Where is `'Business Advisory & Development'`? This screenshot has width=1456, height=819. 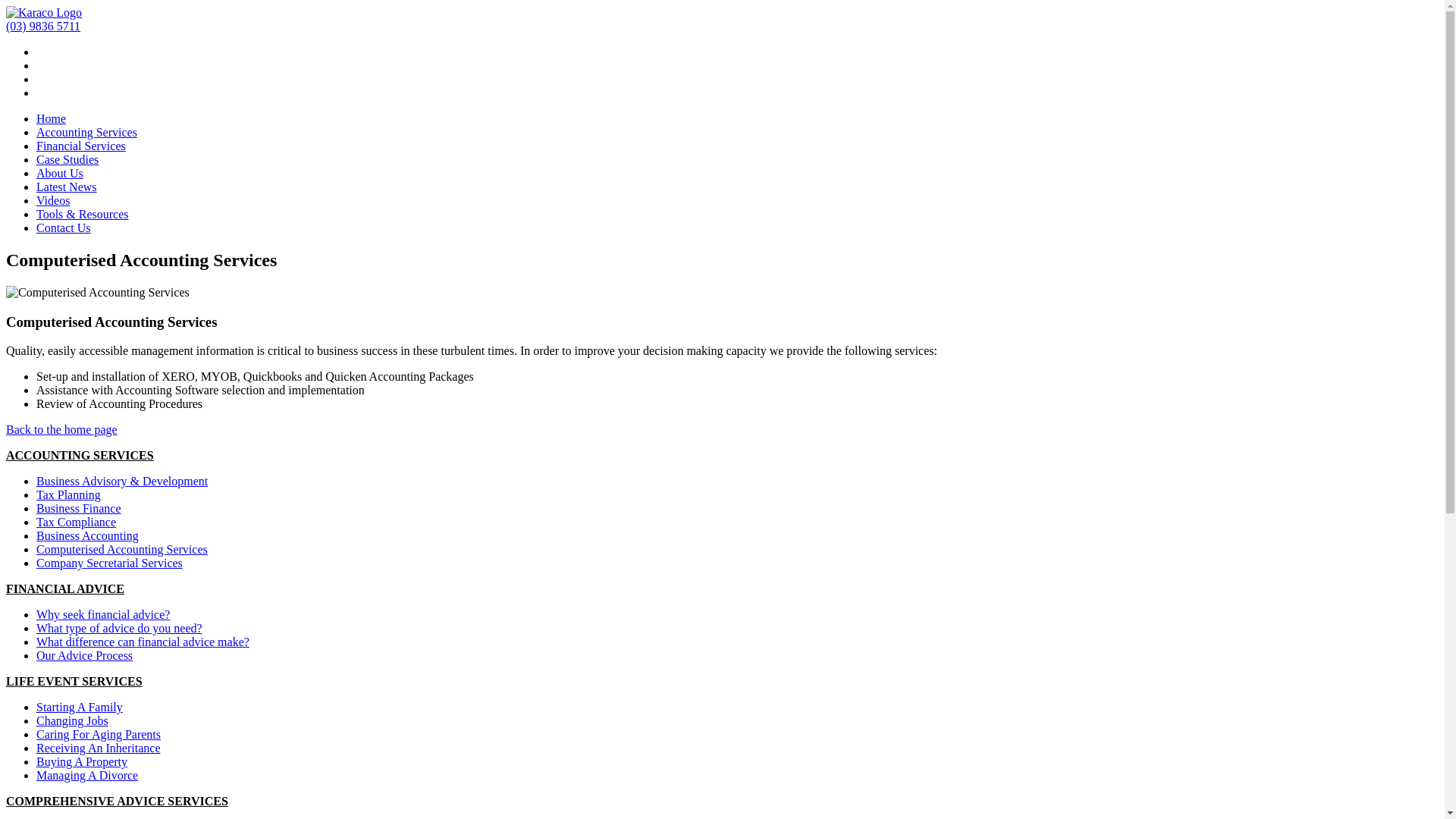 'Business Advisory & Development' is located at coordinates (122, 481).